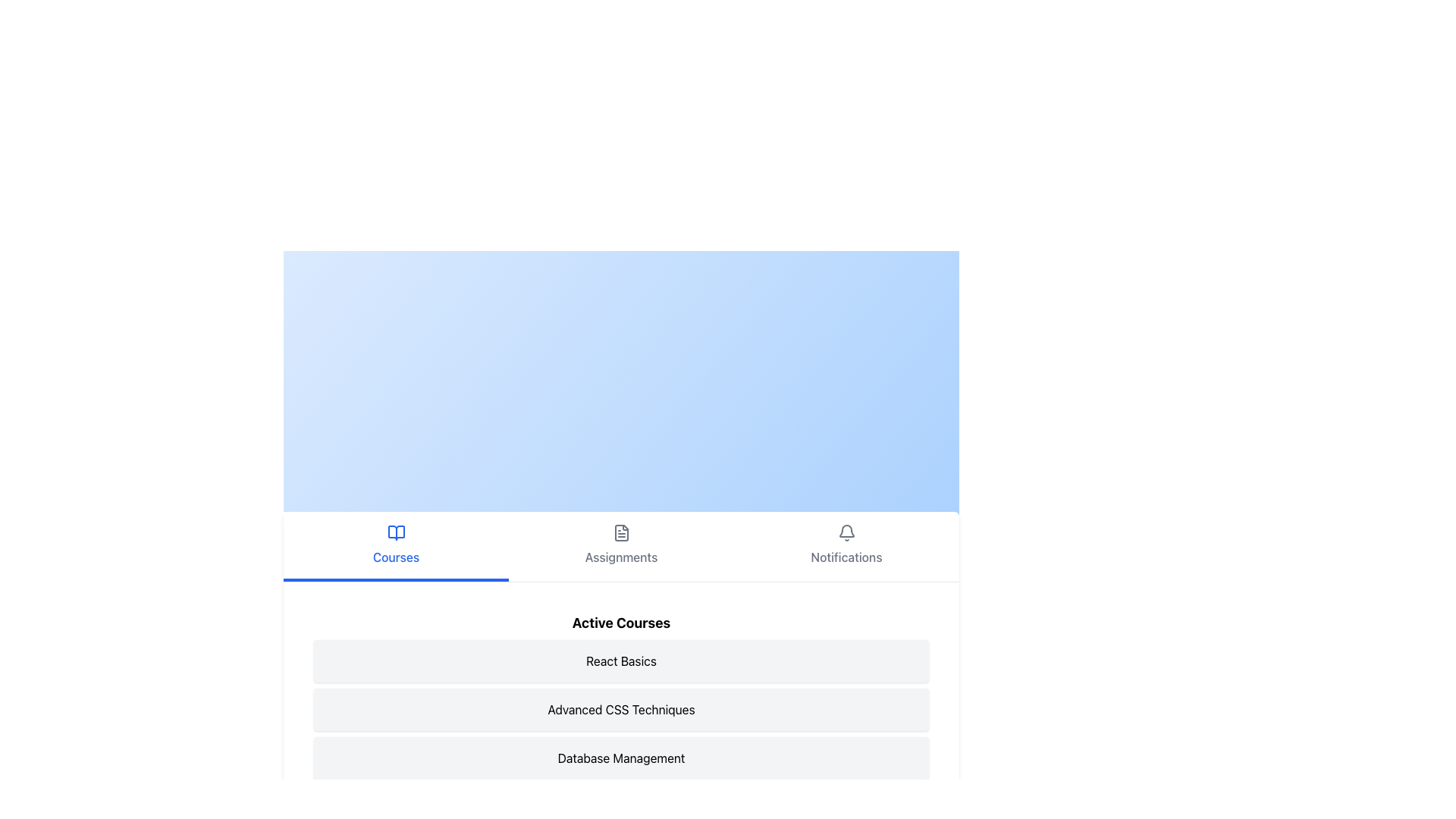  I want to click on the Clickable navigation button labeled 'Notifications' featuring a bell icon, so click(846, 544).